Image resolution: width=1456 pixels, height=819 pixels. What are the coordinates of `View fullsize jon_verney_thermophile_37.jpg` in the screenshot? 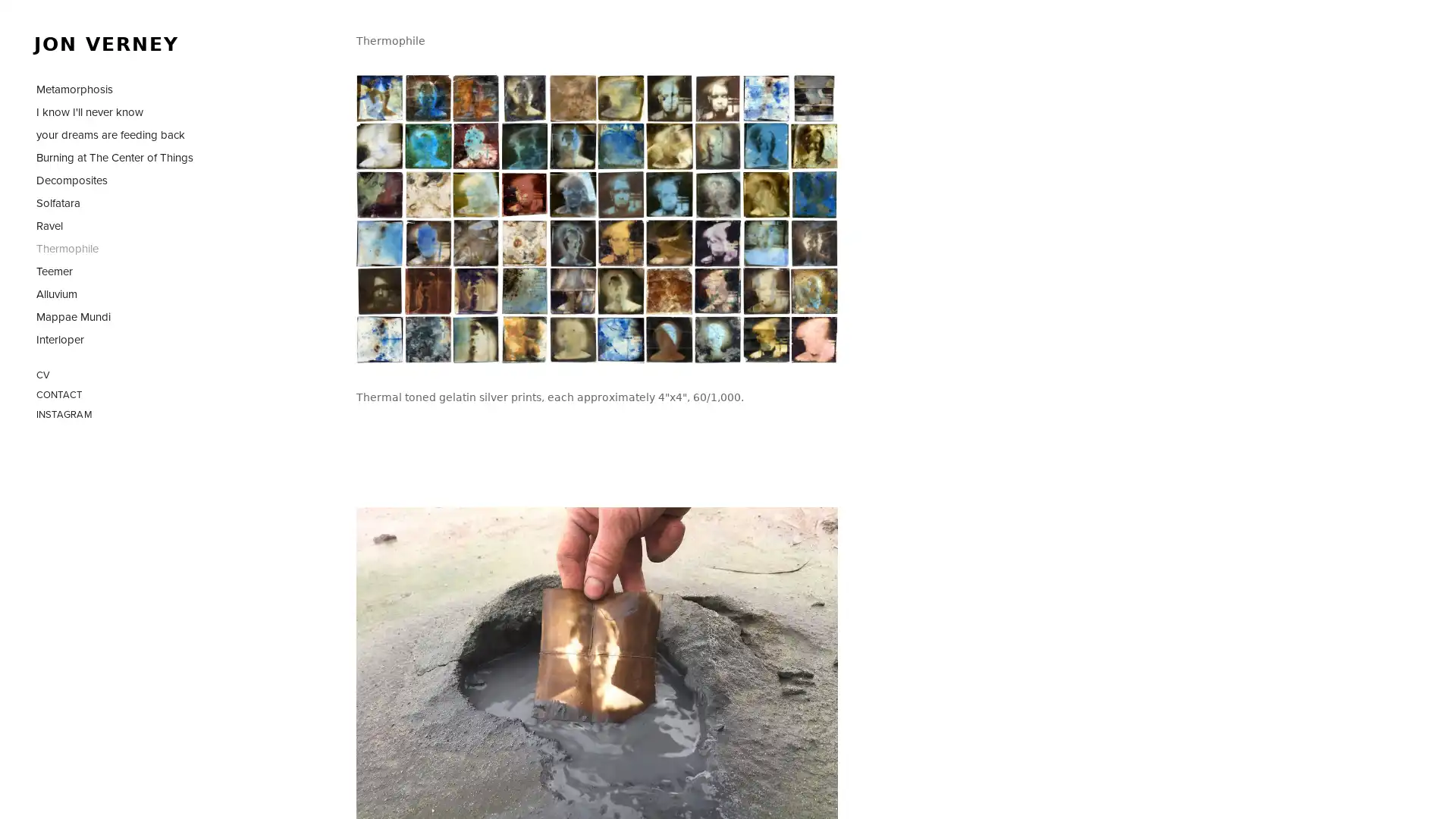 It's located at (813, 97).